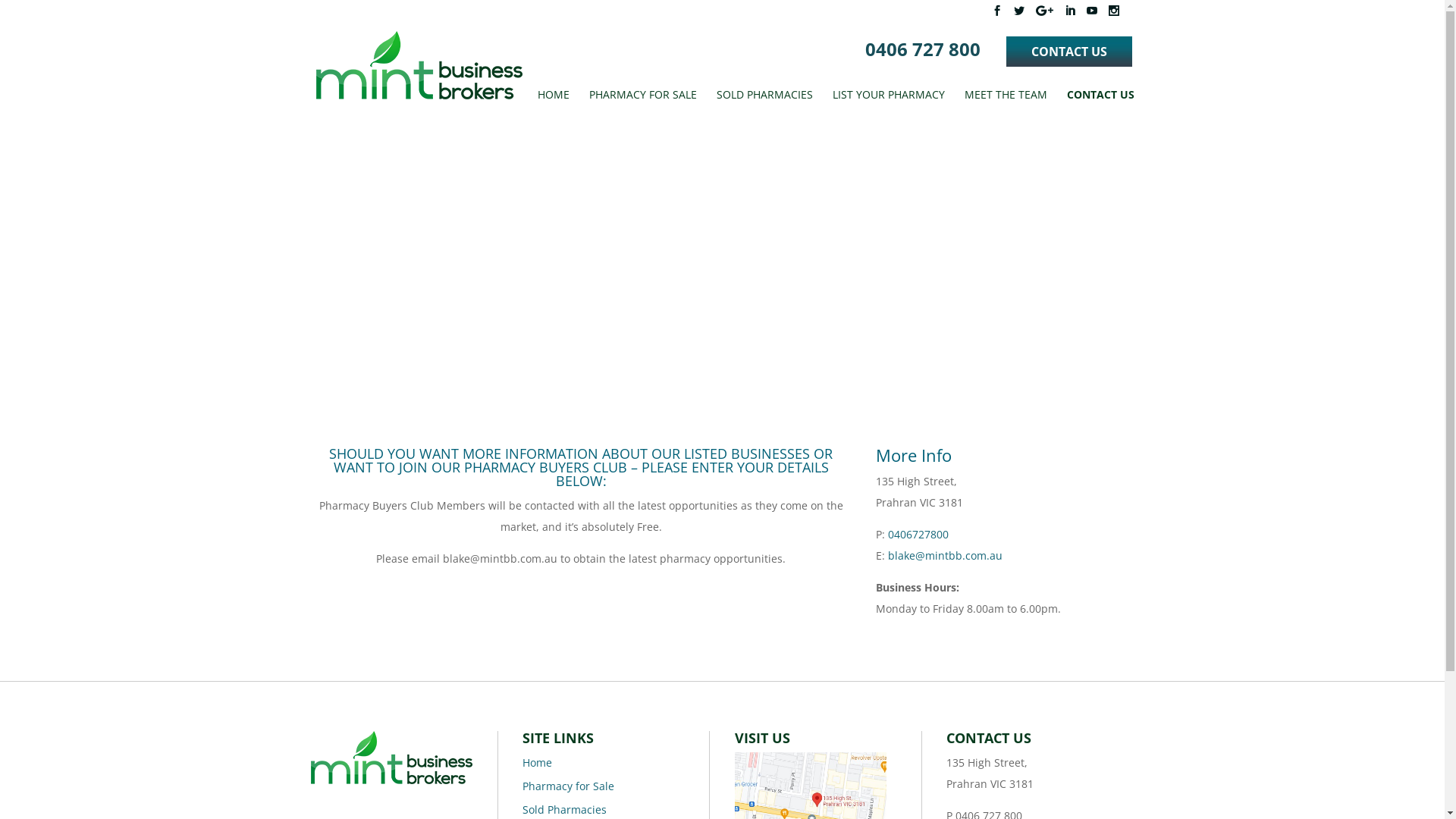 This screenshot has height=819, width=1456. I want to click on 'MEET THE TEAM', so click(1006, 101).